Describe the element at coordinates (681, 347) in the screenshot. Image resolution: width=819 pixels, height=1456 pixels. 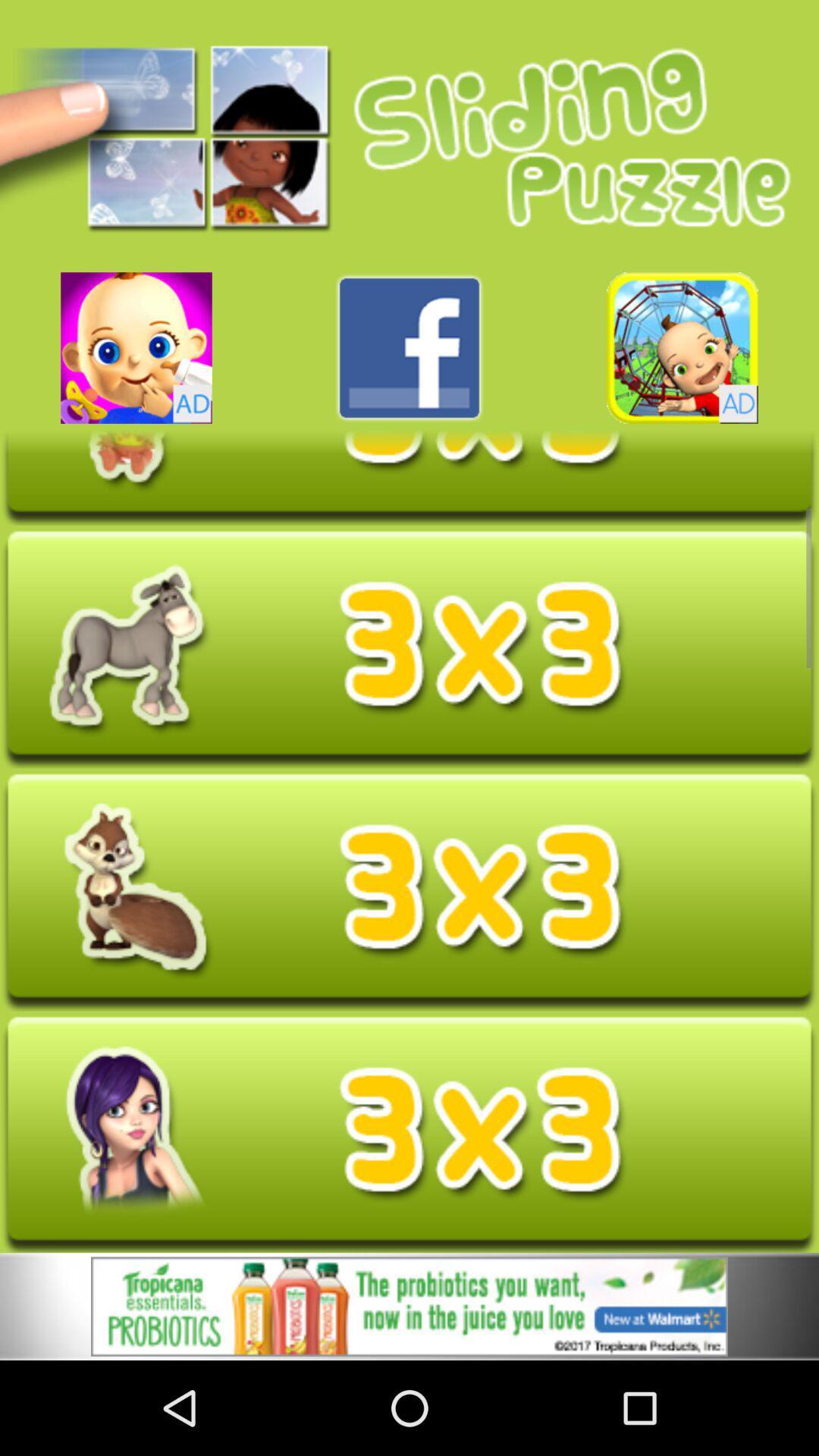
I see `banner advertisement` at that location.